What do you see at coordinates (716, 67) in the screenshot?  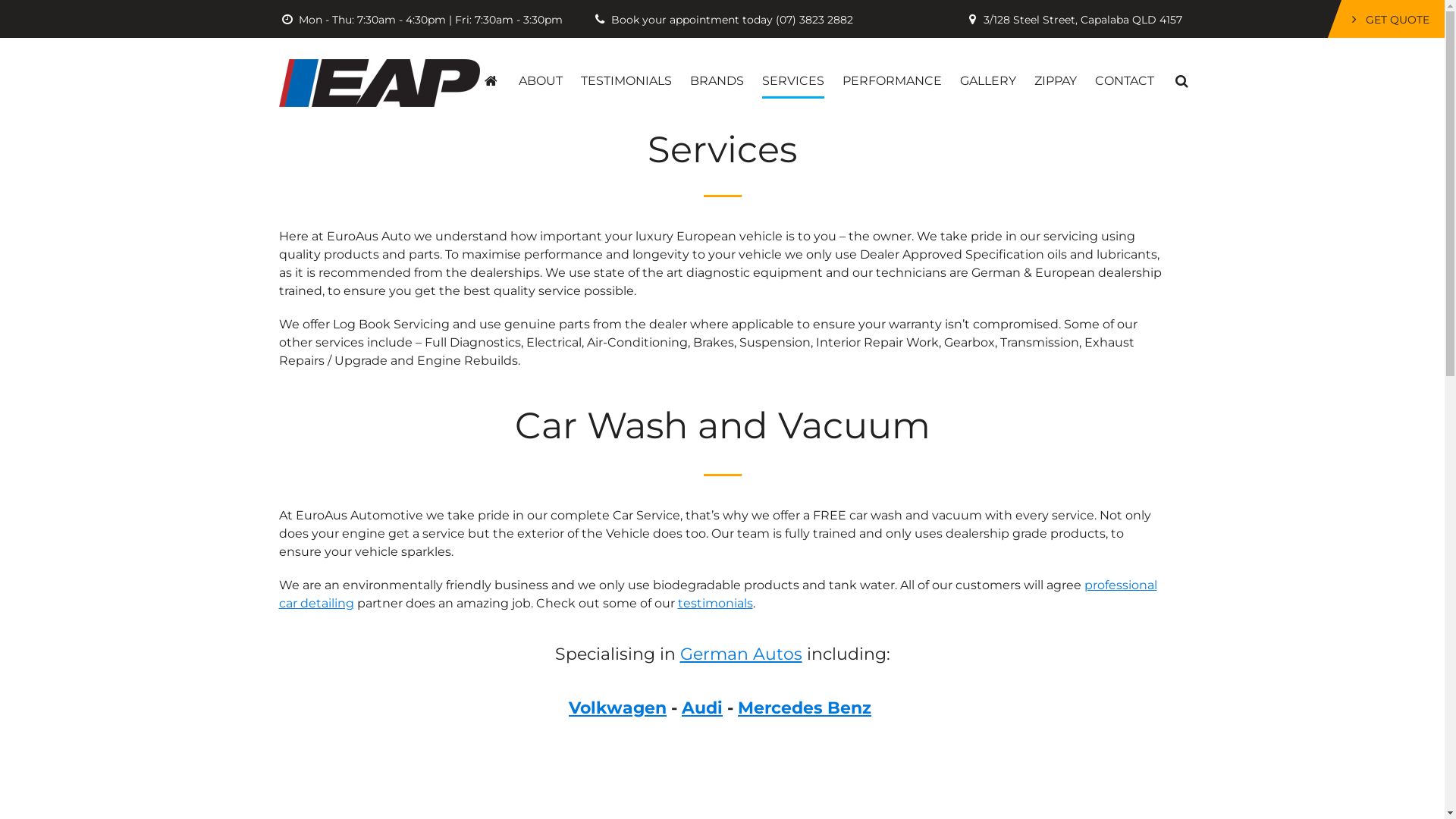 I see `'BRANDS'` at bounding box center [716, 67].